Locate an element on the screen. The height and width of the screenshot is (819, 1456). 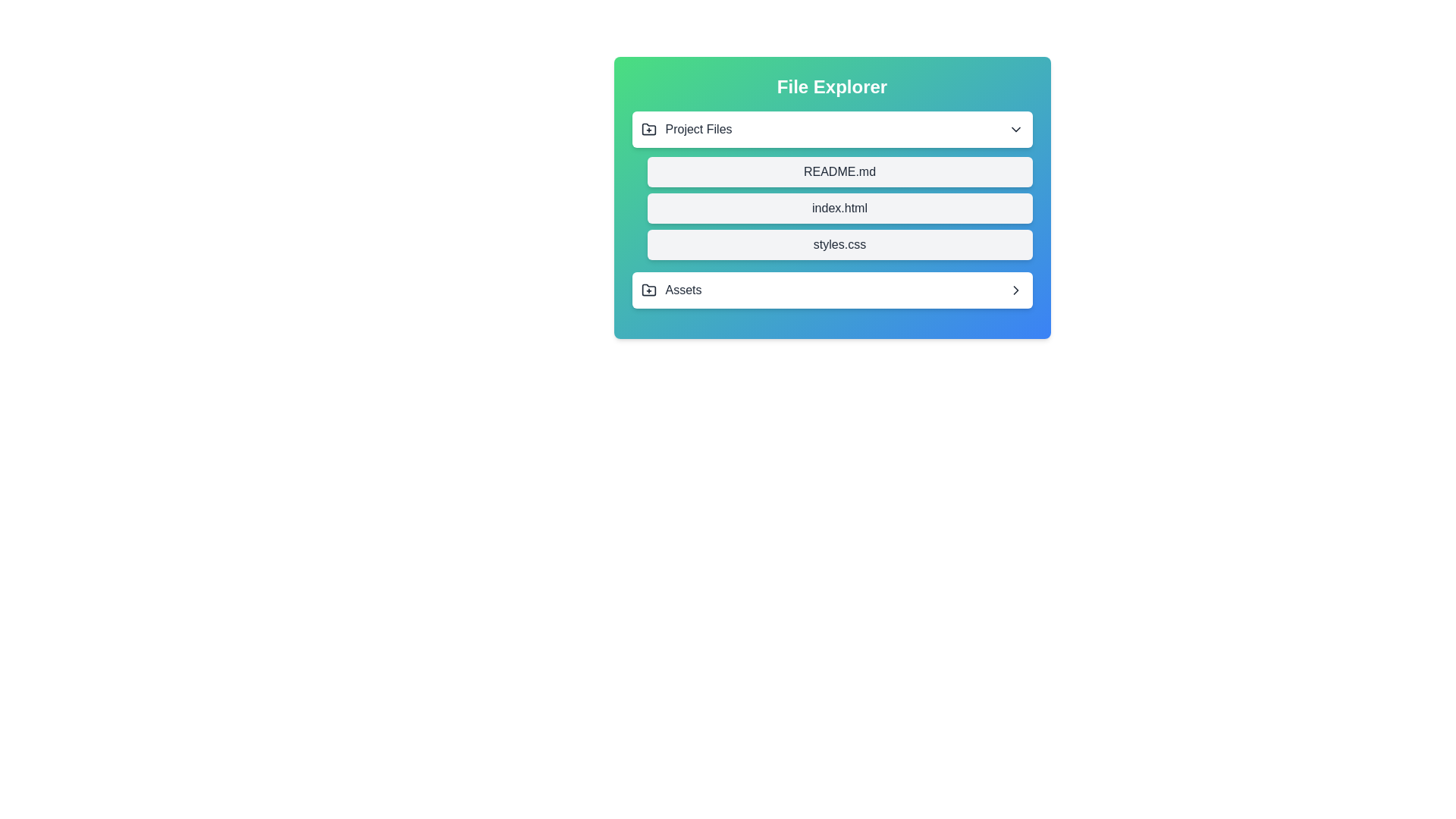
text content of the label that displays 'Project Files', which is styled in a medium font weight and located next to a folder icon with a plus sign is located at coordinates (698, 128).